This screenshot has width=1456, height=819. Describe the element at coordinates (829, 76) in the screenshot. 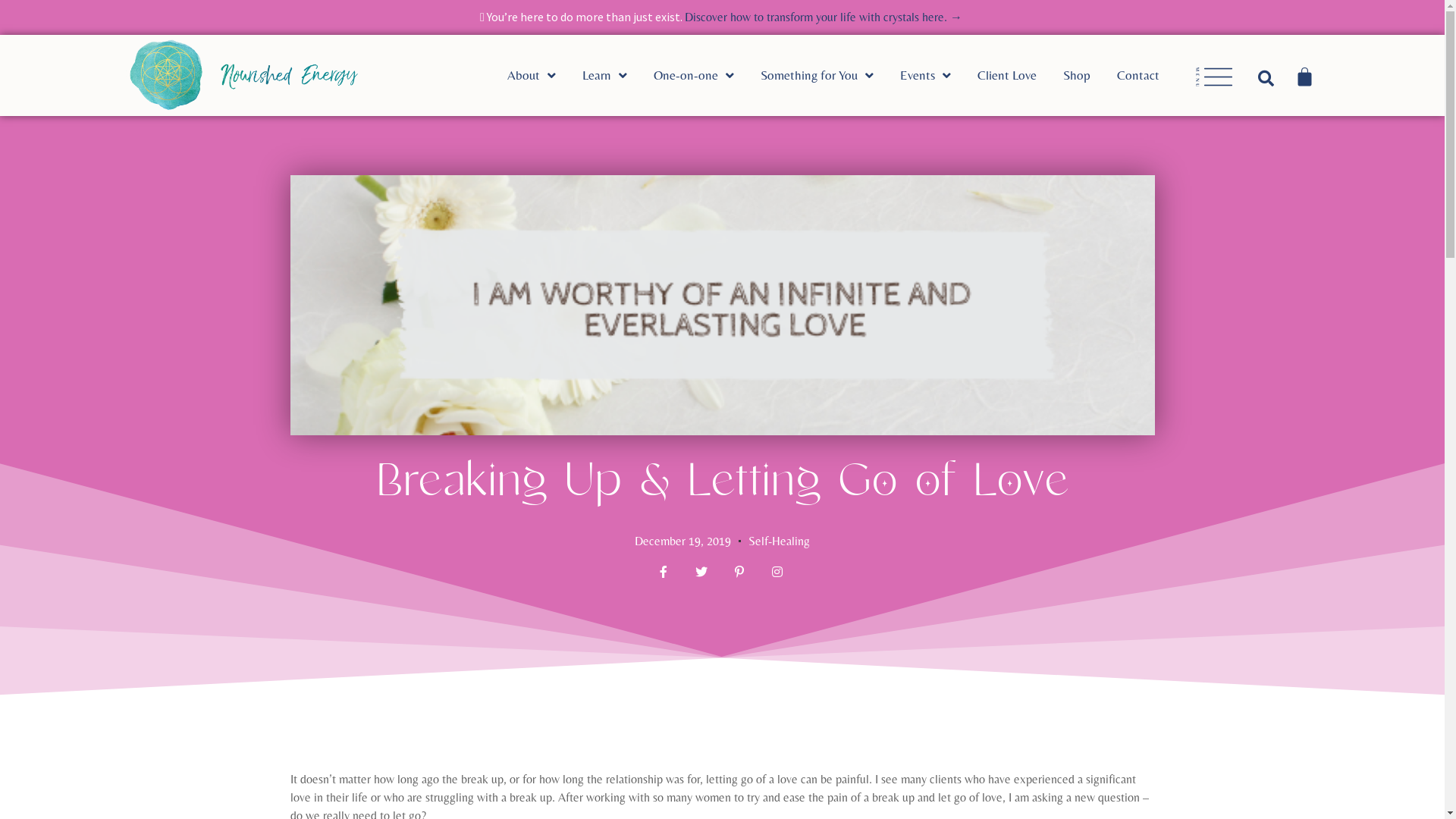

I see `'Something for You'` at that location.